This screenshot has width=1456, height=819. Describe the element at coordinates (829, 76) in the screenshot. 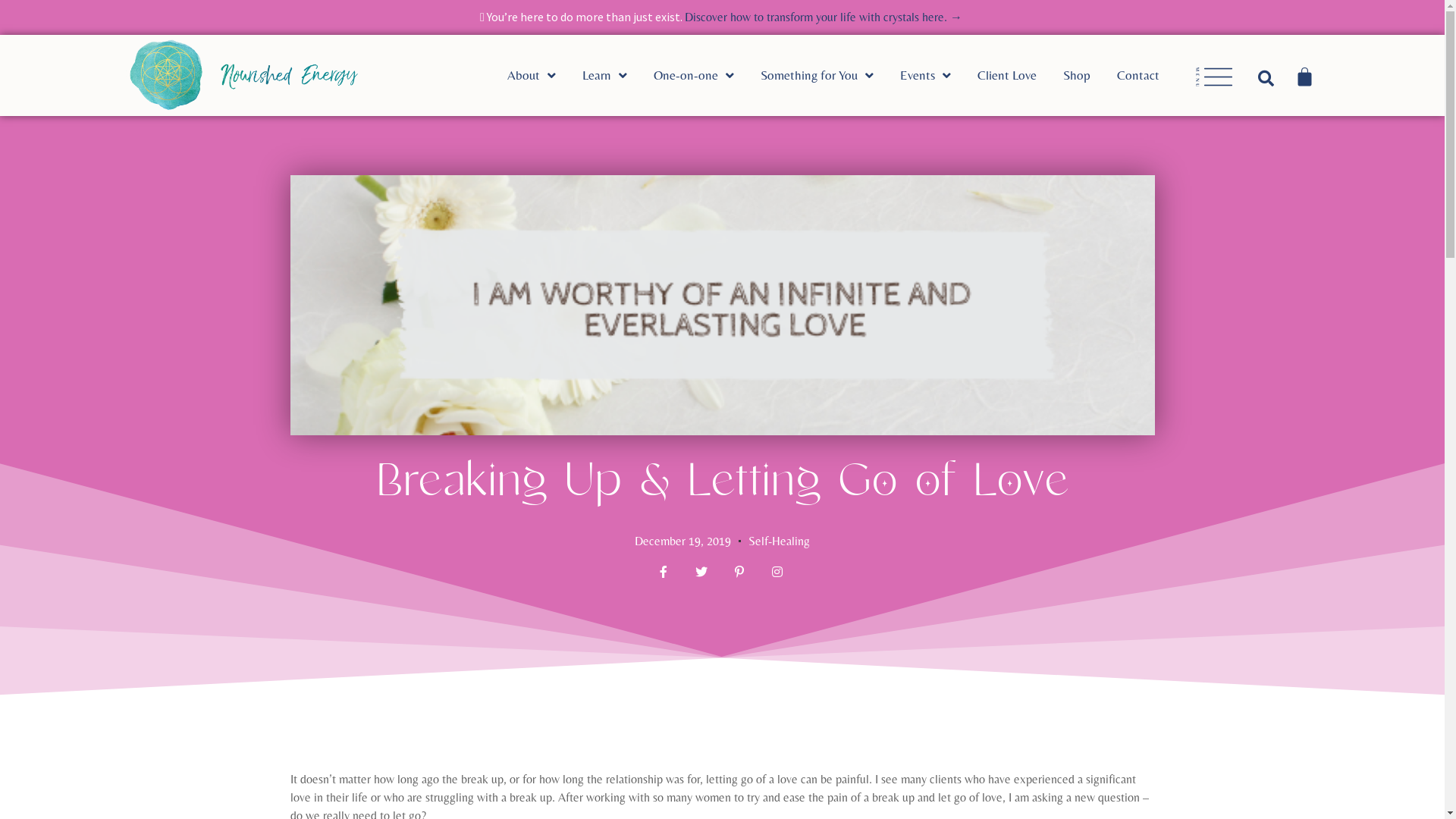

I see `'Something for You'` at that location.